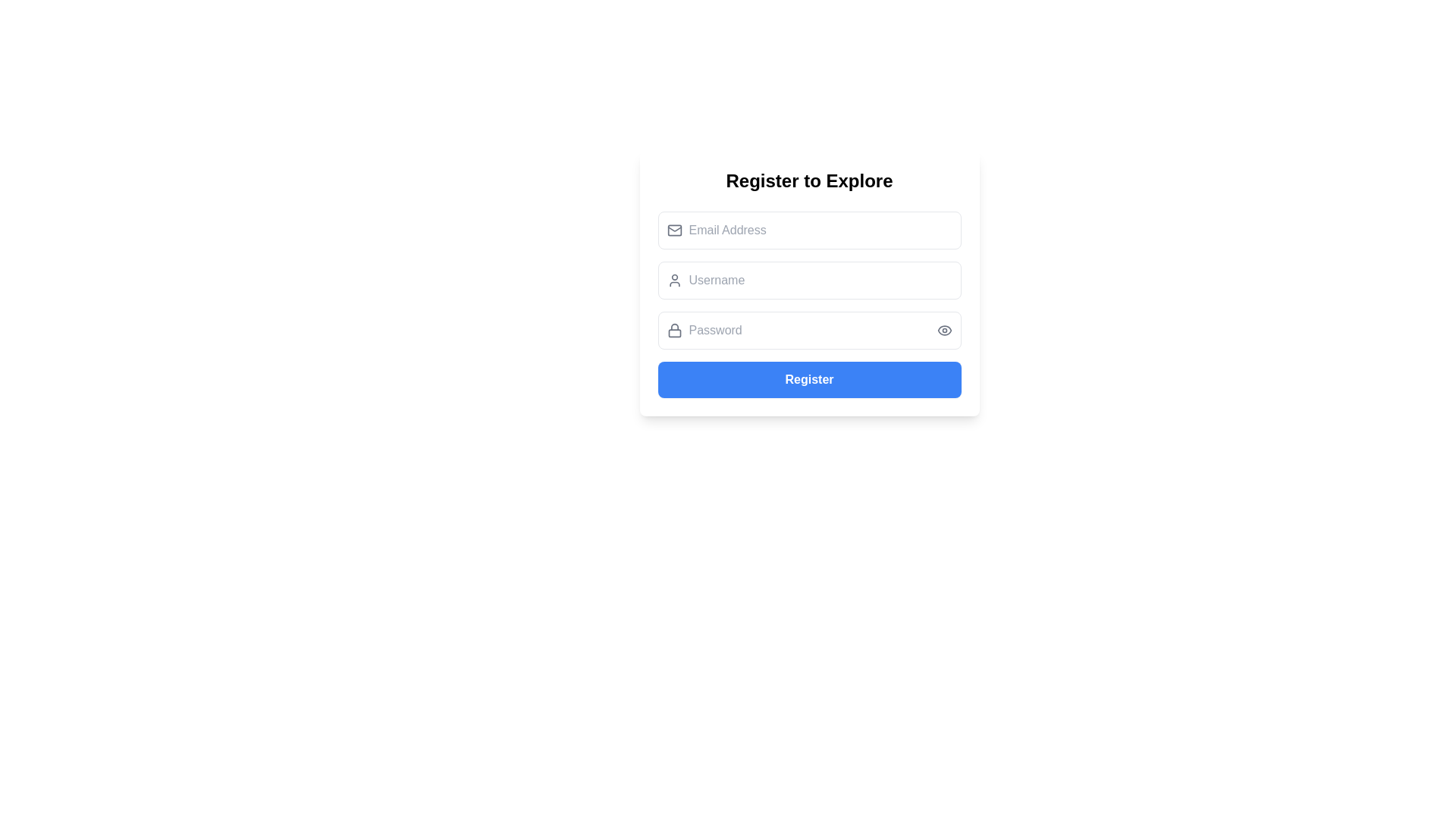  What do you see at coordinates (673, 231) in the screenshot?
I see `the decorative email icon located to the left of the 'Email Address' input field` at bounding box center [673, 231].